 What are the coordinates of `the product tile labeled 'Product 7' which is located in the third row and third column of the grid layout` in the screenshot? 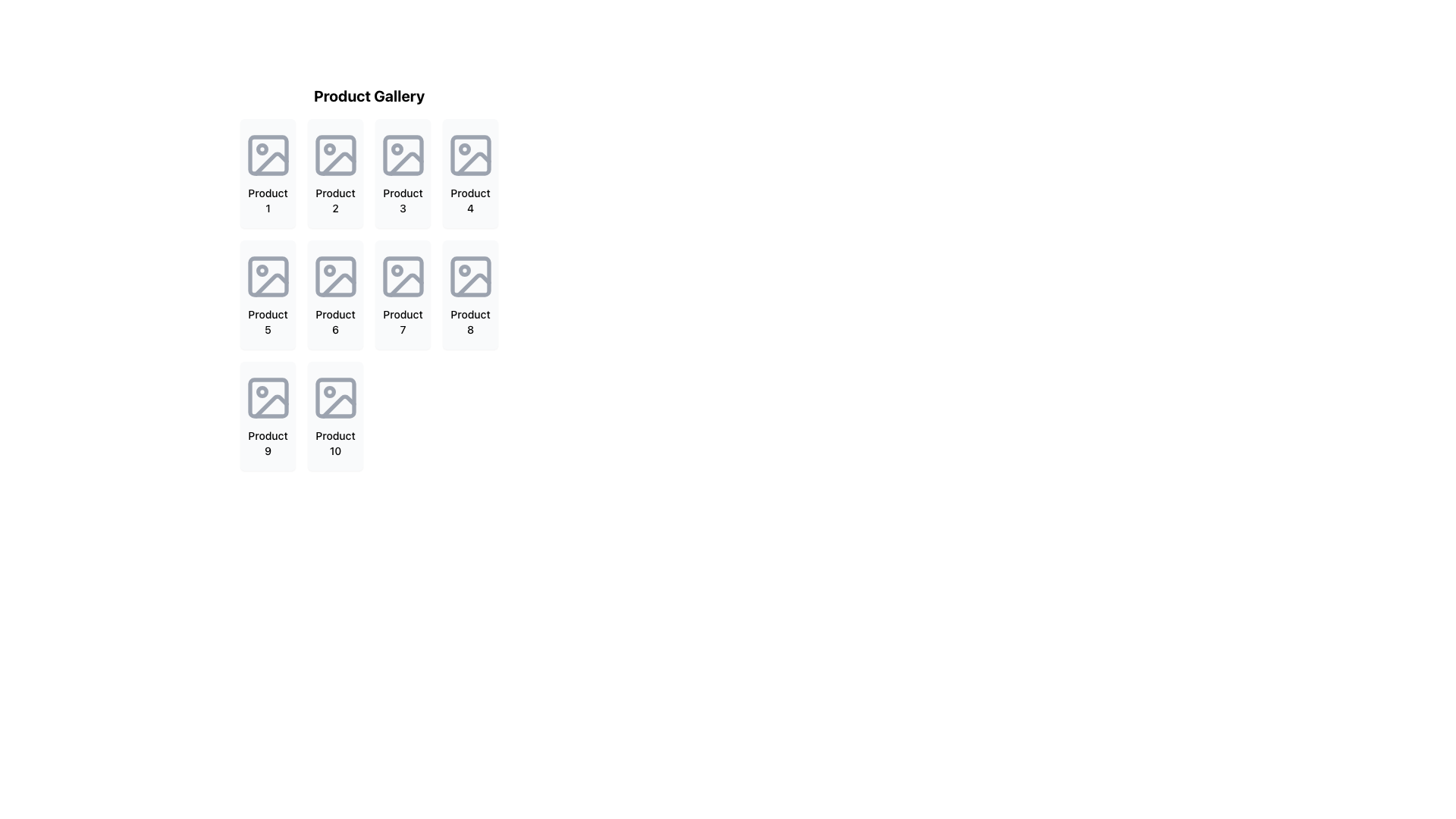 It's located at (403, 295).